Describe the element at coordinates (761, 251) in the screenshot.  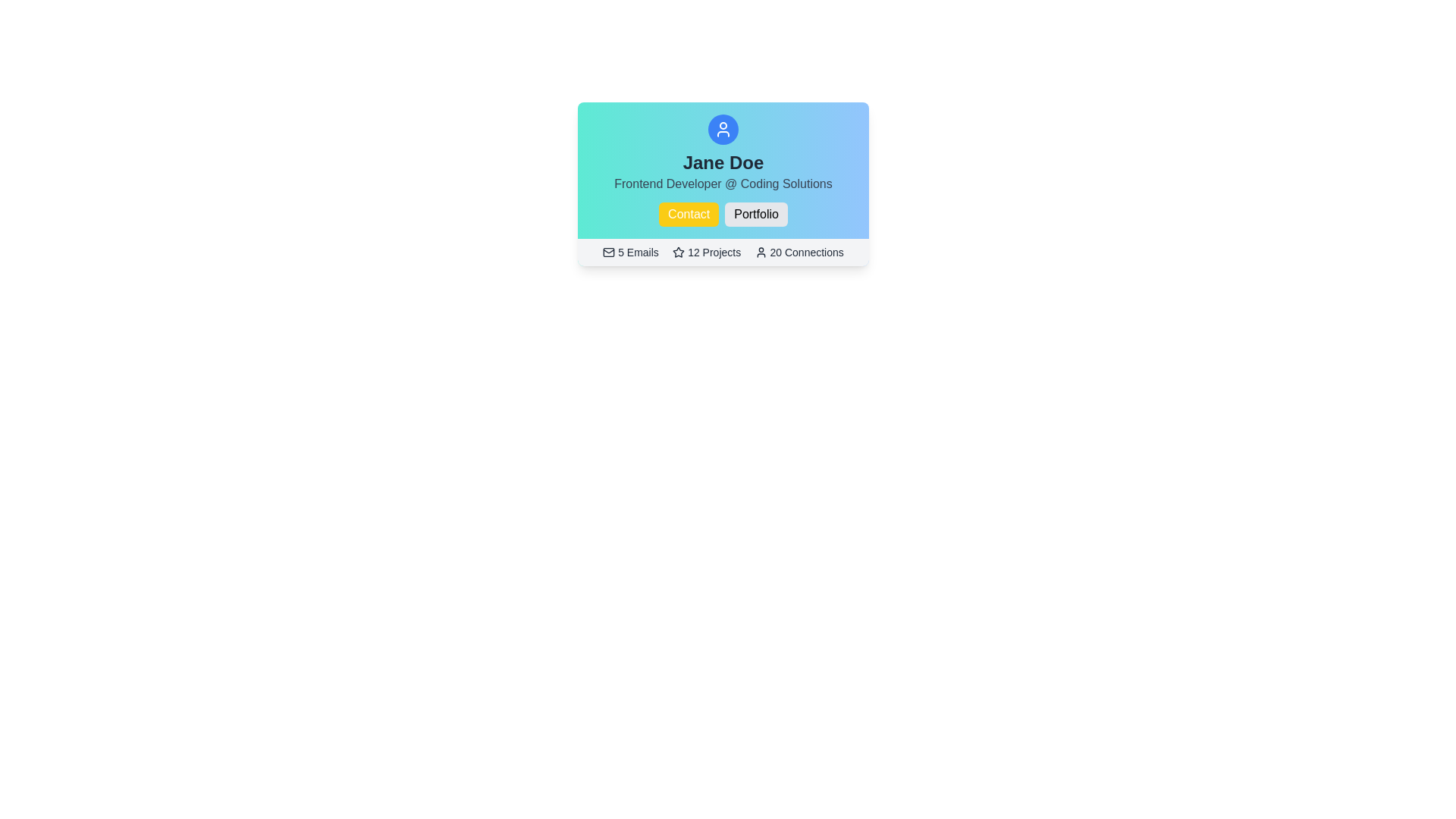
I see `the icon representing '20 Connections' located to the left of the text in the footer section of the user card` at that location.